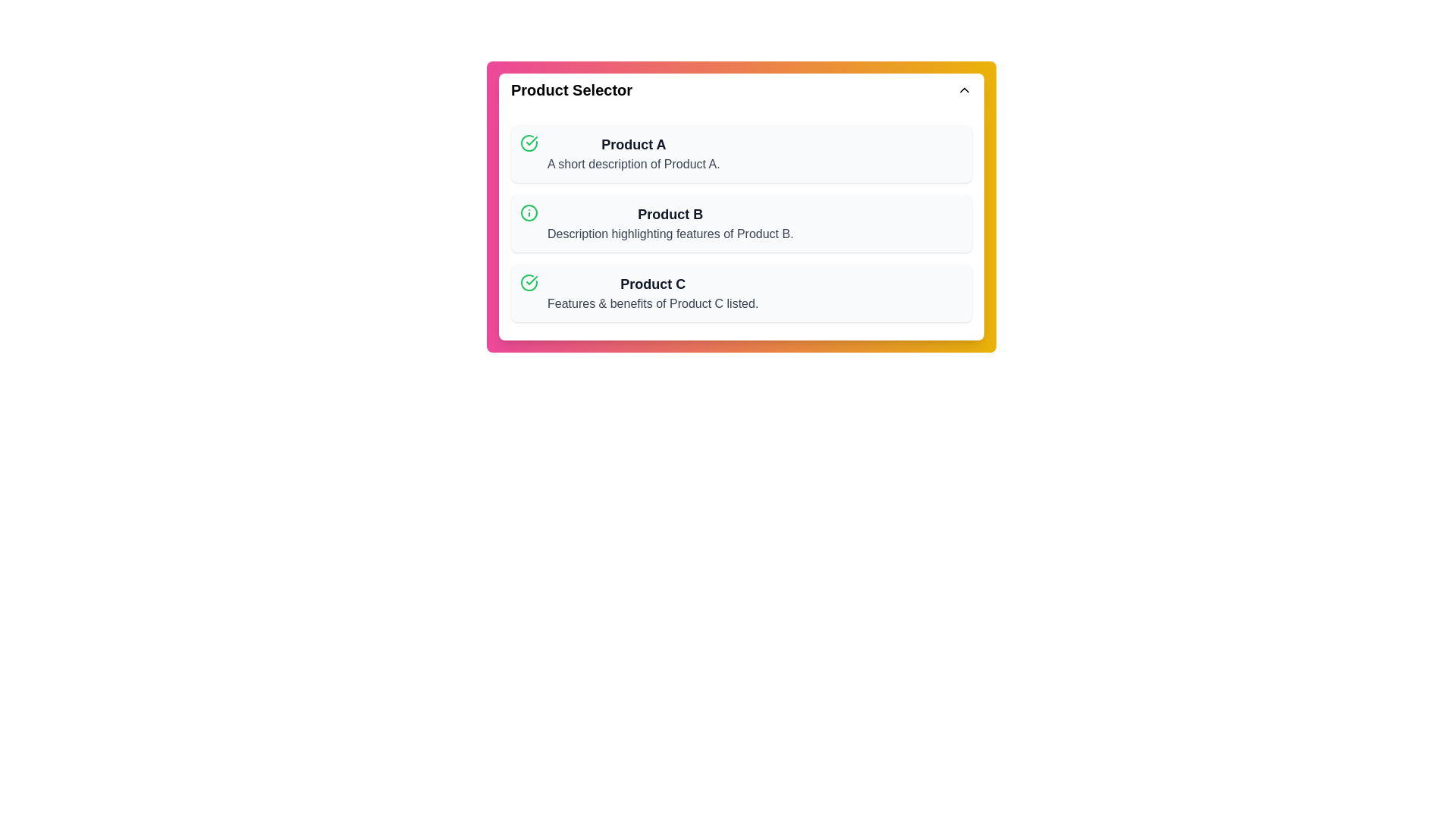 Image resolution: width=1456 pixels, height=819 pixels. Describe the element at coordinates (742, 90) in the screenshot. I see `main button labeled 'Product Selector' to toggle the visibility of the product list` at that location.